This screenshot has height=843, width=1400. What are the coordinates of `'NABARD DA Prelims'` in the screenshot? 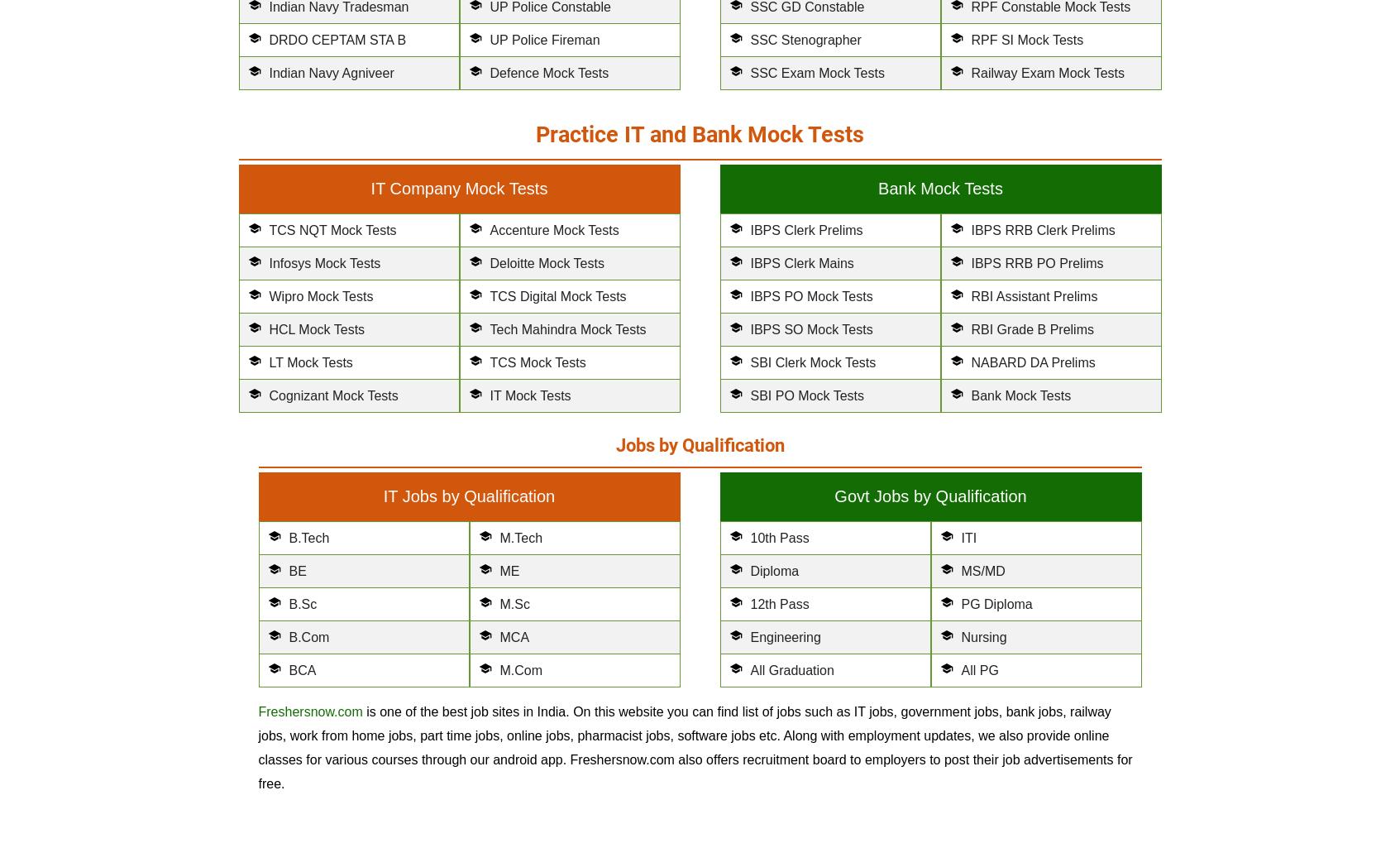 It's located at (969, 362).